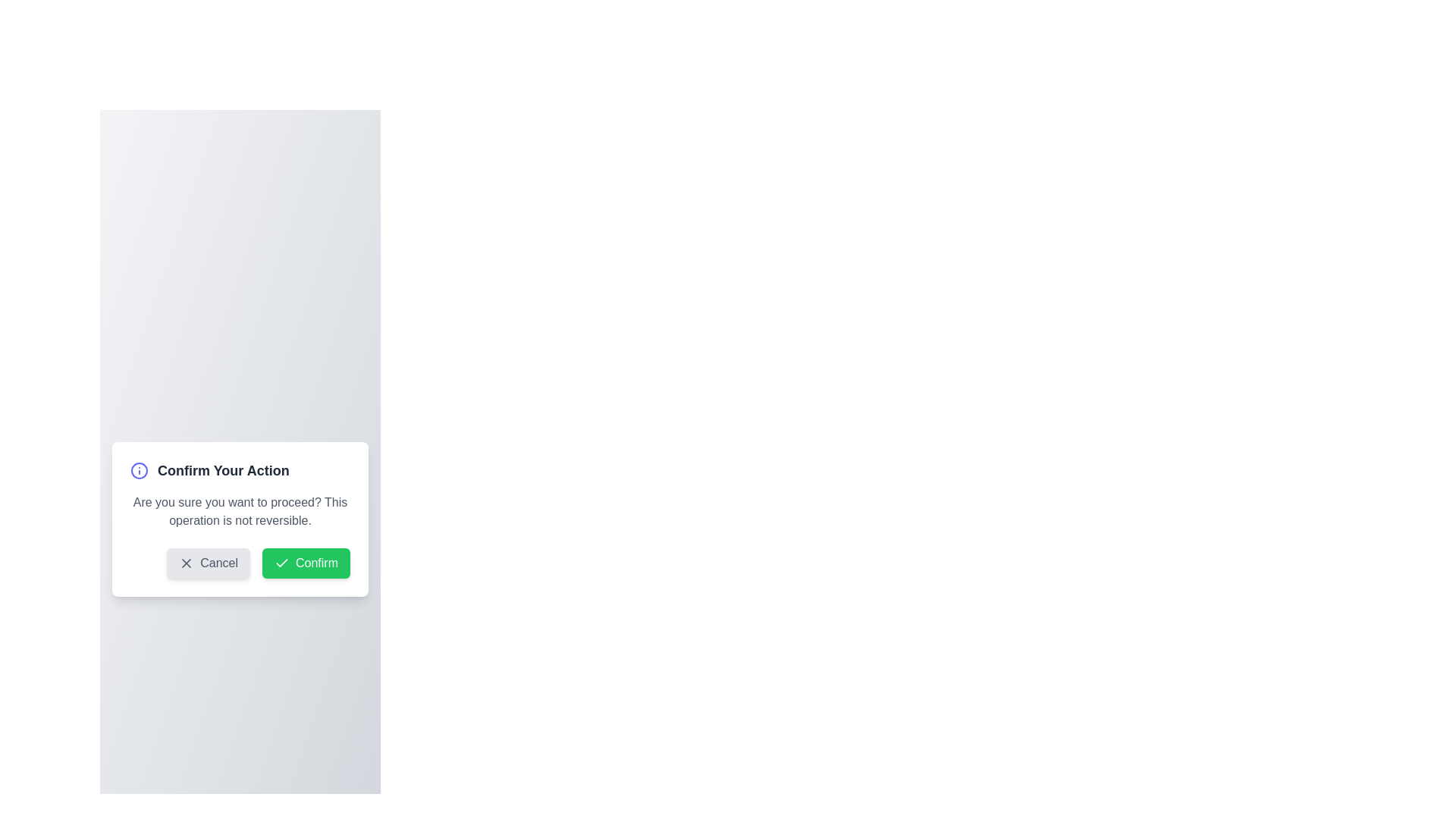 This screenshot has height=819, width=1456. What do you see at coordinates (208, 563) in the screenshot?
I see `the cancel button located at the bottom left of the dialog box` at bounding box center [208, 563].